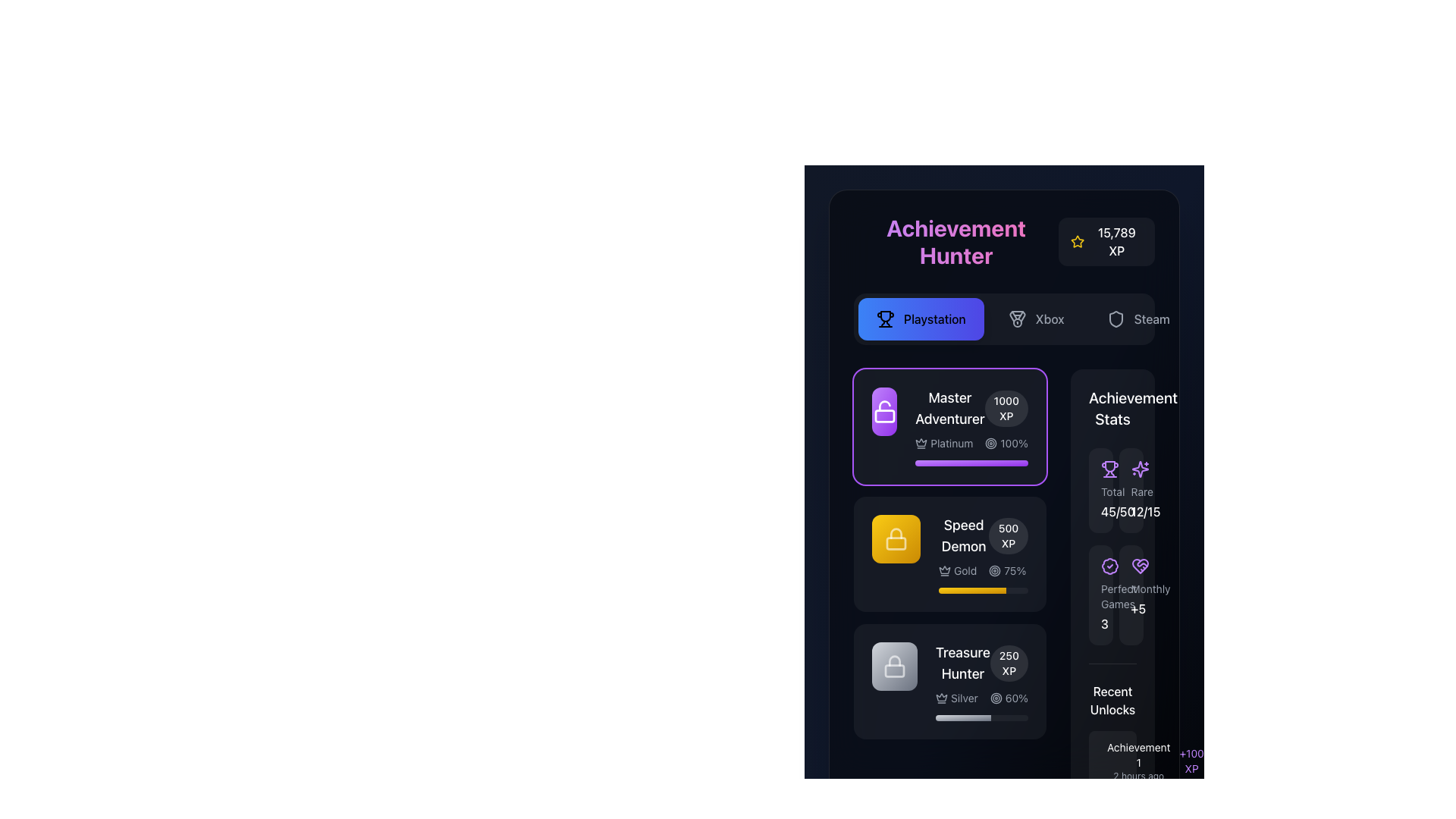 This screenshot has height=819, width=1456. Describe the element at coordinates (1035, 318) in the screenshot. I see `the rectangular button labeled 'xbox' with a medal icon` at that location.